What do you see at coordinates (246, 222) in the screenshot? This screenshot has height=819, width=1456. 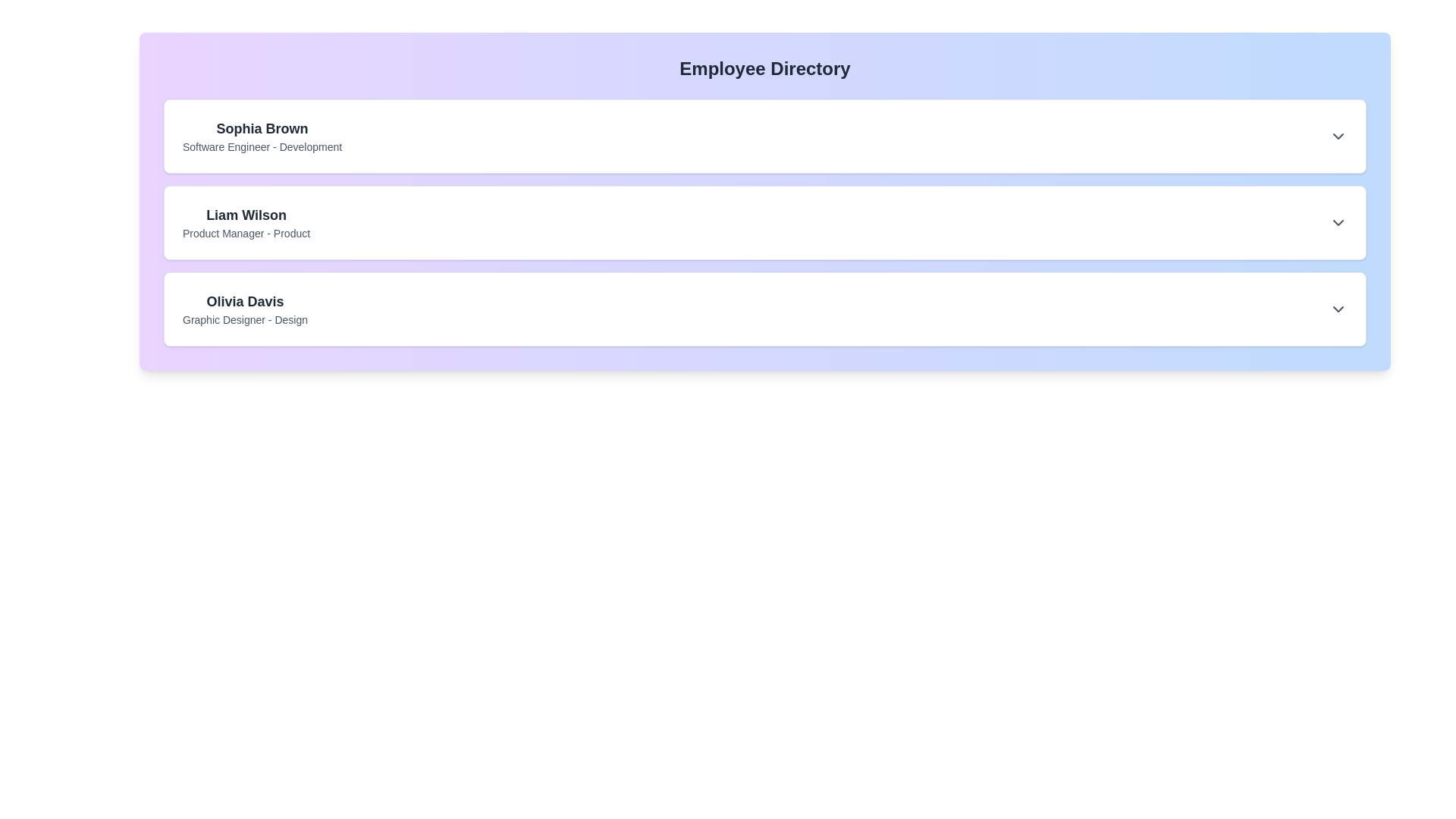 I see `text content of the Text block with name 'Liam Wilson' and title 'Product Manager - Product', located in the second card of a vertically stacked list in the middle of the page` at bounding box center [246, 222].